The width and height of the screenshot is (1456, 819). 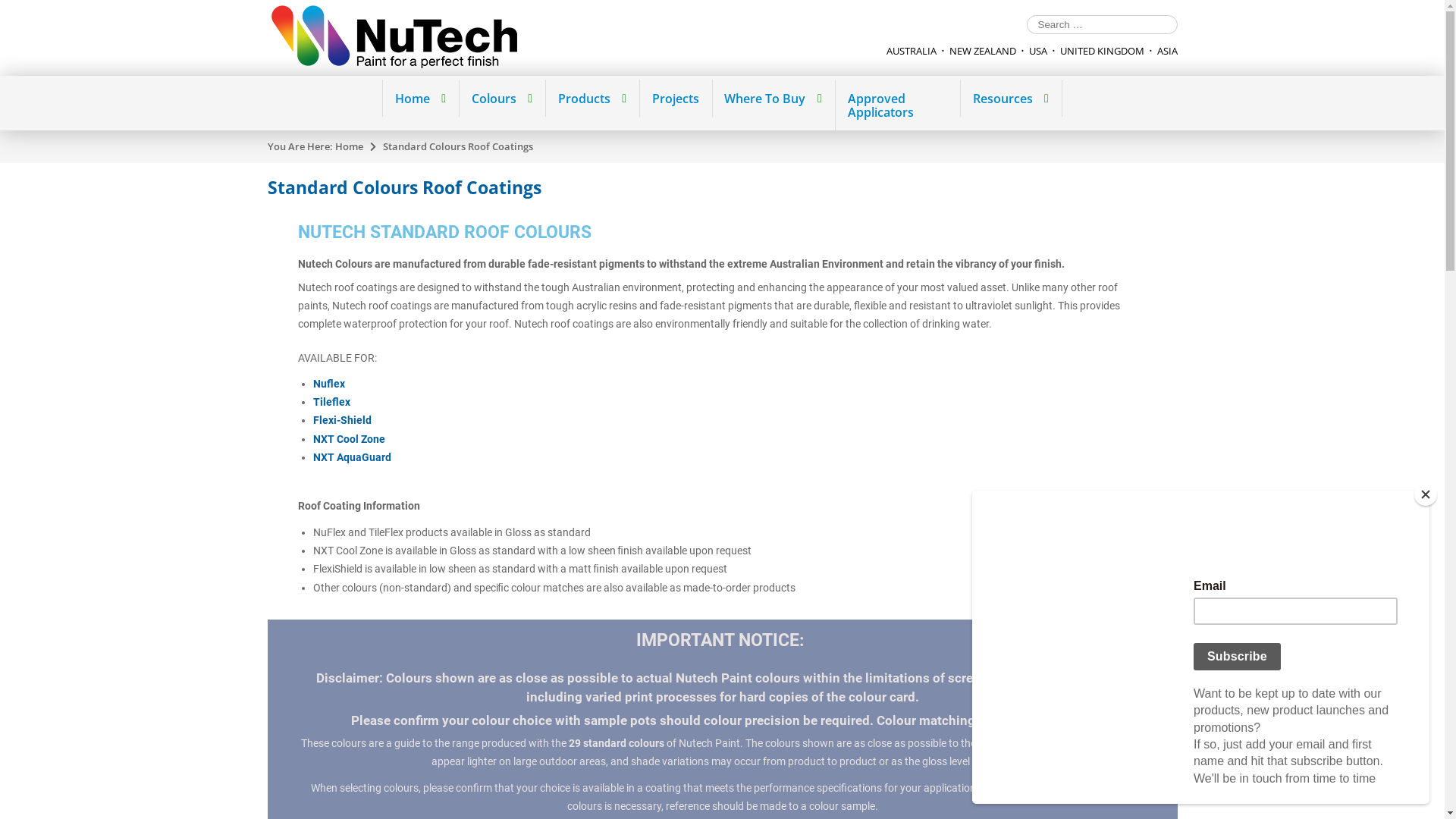 What do you see at coordinates (312, 382) in the screenshot?
I see `'Nuflex'` at bounding box center [312, 382].